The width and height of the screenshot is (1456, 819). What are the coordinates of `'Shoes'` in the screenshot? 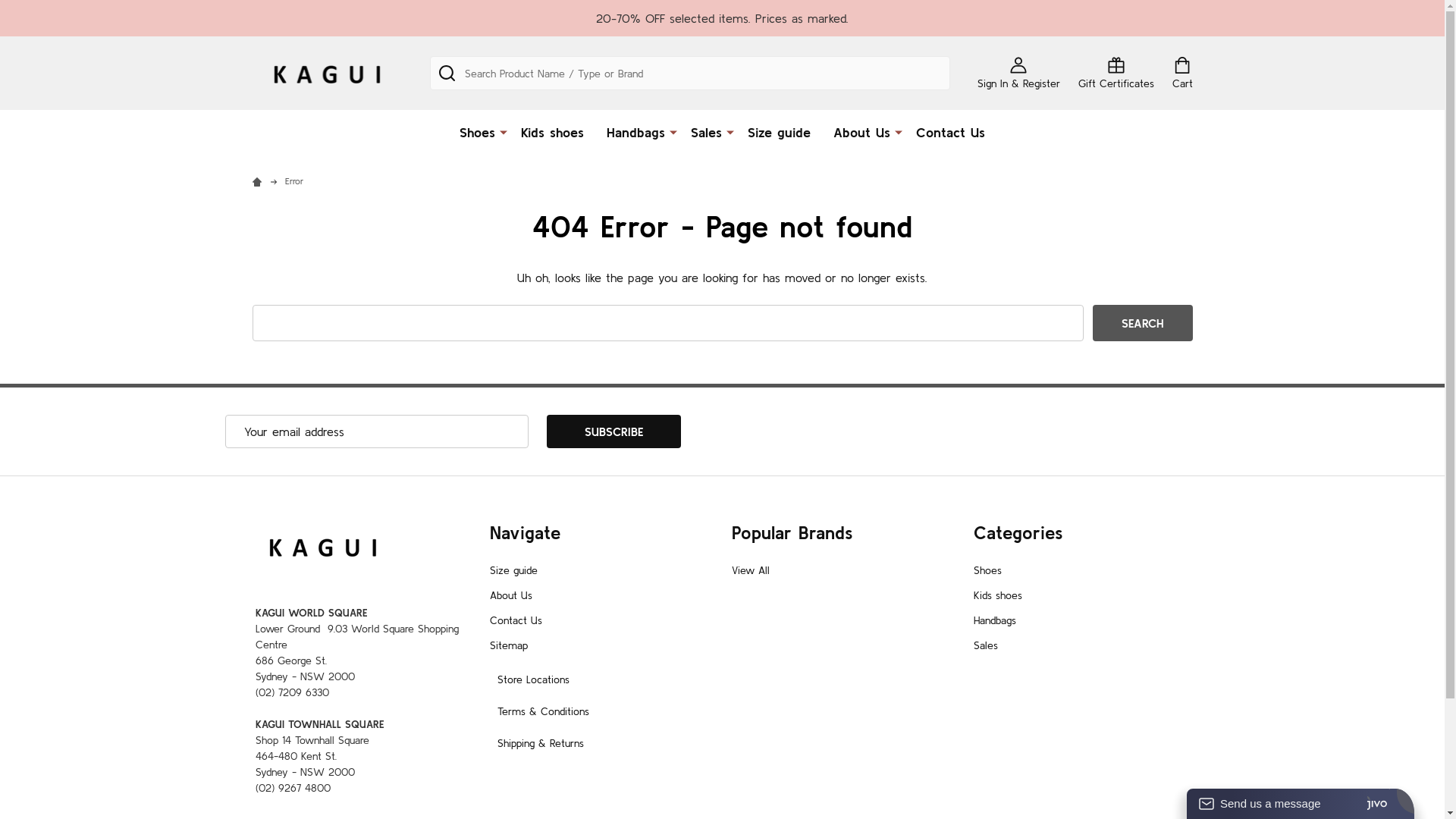 It's located at (987, 570).